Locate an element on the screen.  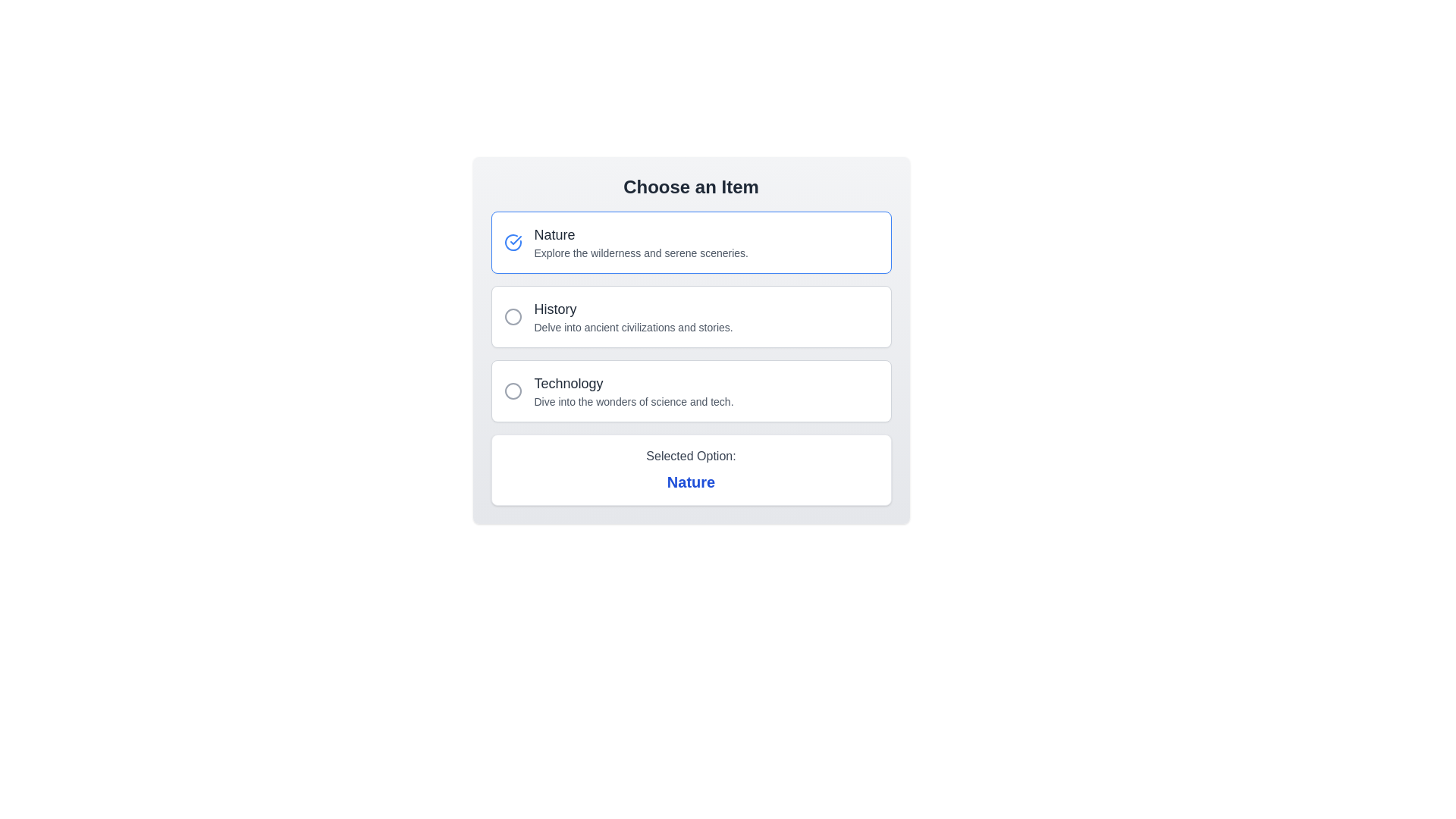
the circular radio button icon adjacent to the 'Technology' text for accessibility navigation is located at coordinates (513, 391).